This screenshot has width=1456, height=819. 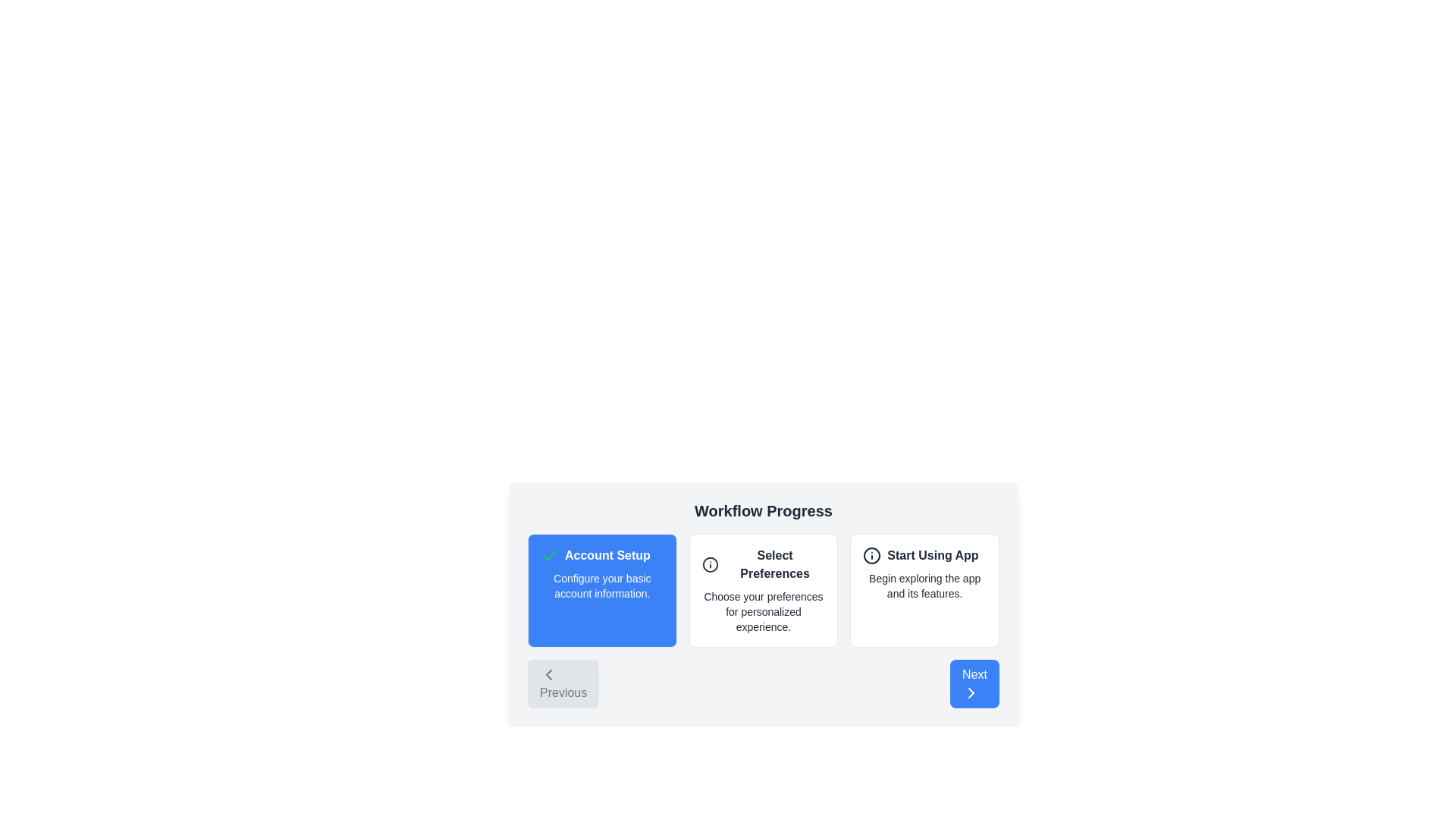 What do you see at coordinates (872, 555) in the screenshot?
I see `the informational help icon located to the left of the 'Start Using App' text in the 'Workflow Progress' interface` at bounding box center [872, 555].